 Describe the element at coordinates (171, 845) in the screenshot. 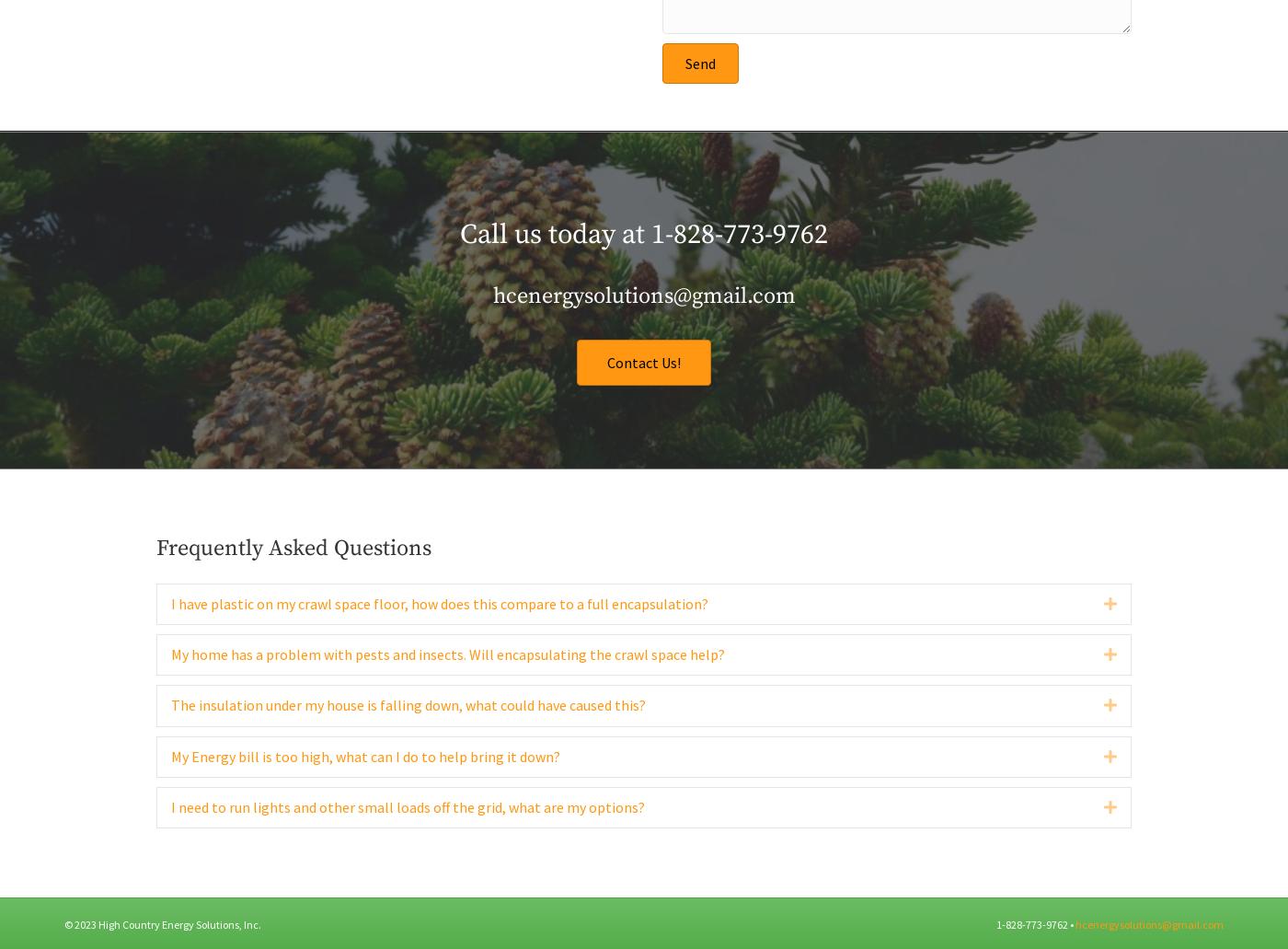

I see `'I need to run lights and other small loads off the grid, what are my options?'` at that location.